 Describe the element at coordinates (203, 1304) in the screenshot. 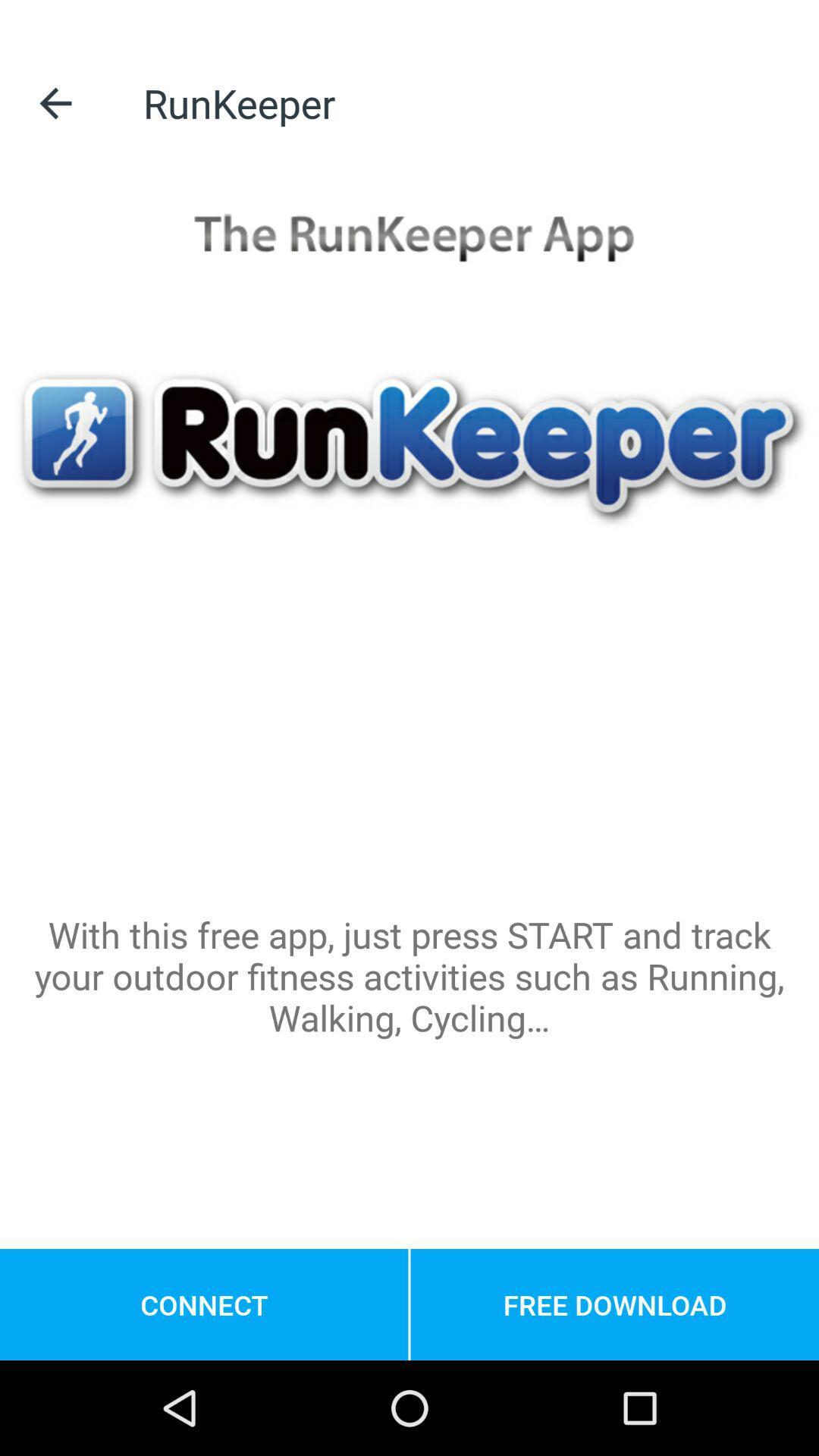

I see `the connect at the bottom left corner` at that location.